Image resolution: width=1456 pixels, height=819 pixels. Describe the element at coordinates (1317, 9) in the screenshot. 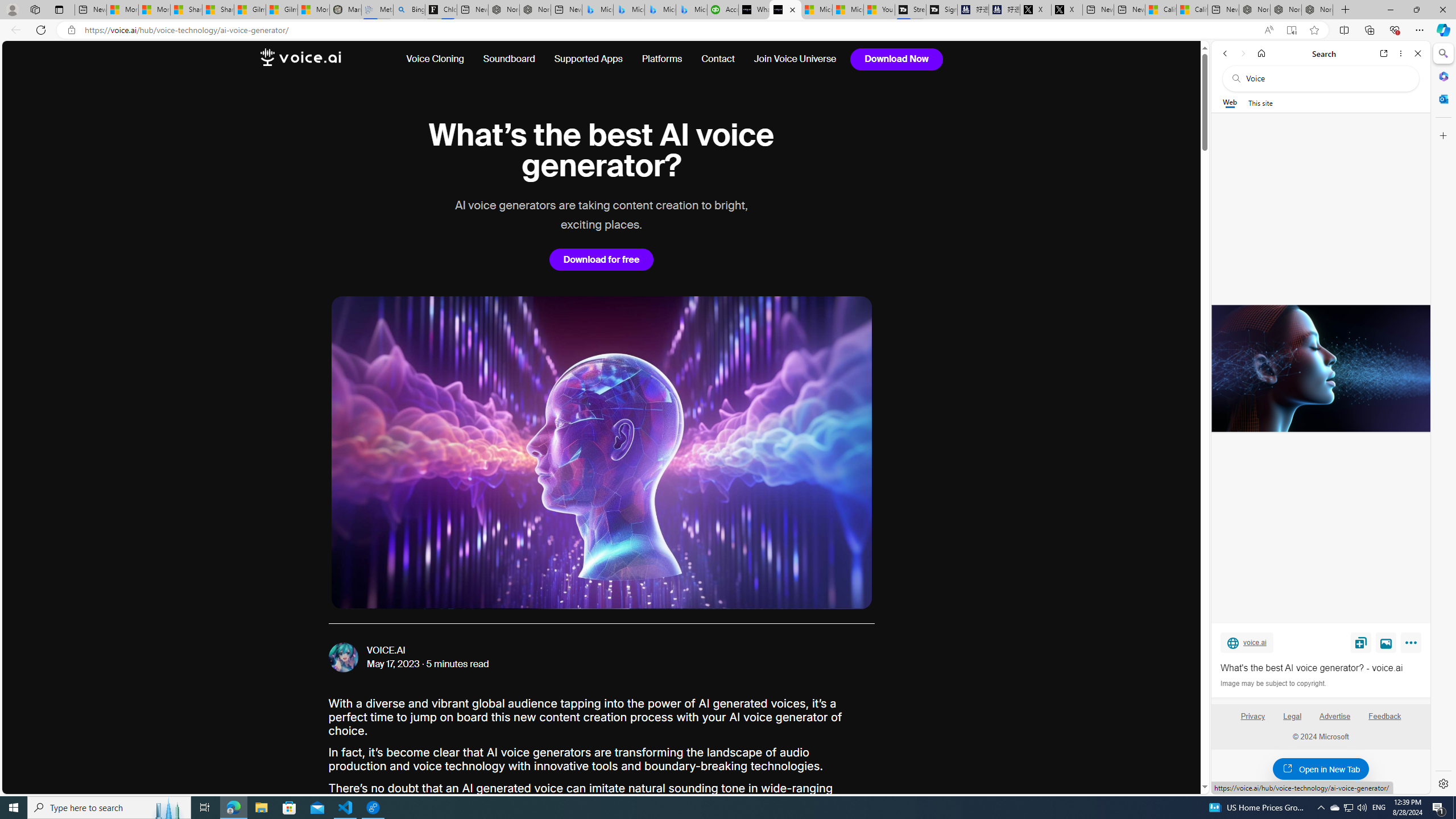

I see `'Nordace - Siena Pro 15 Essential Set'` at that location.